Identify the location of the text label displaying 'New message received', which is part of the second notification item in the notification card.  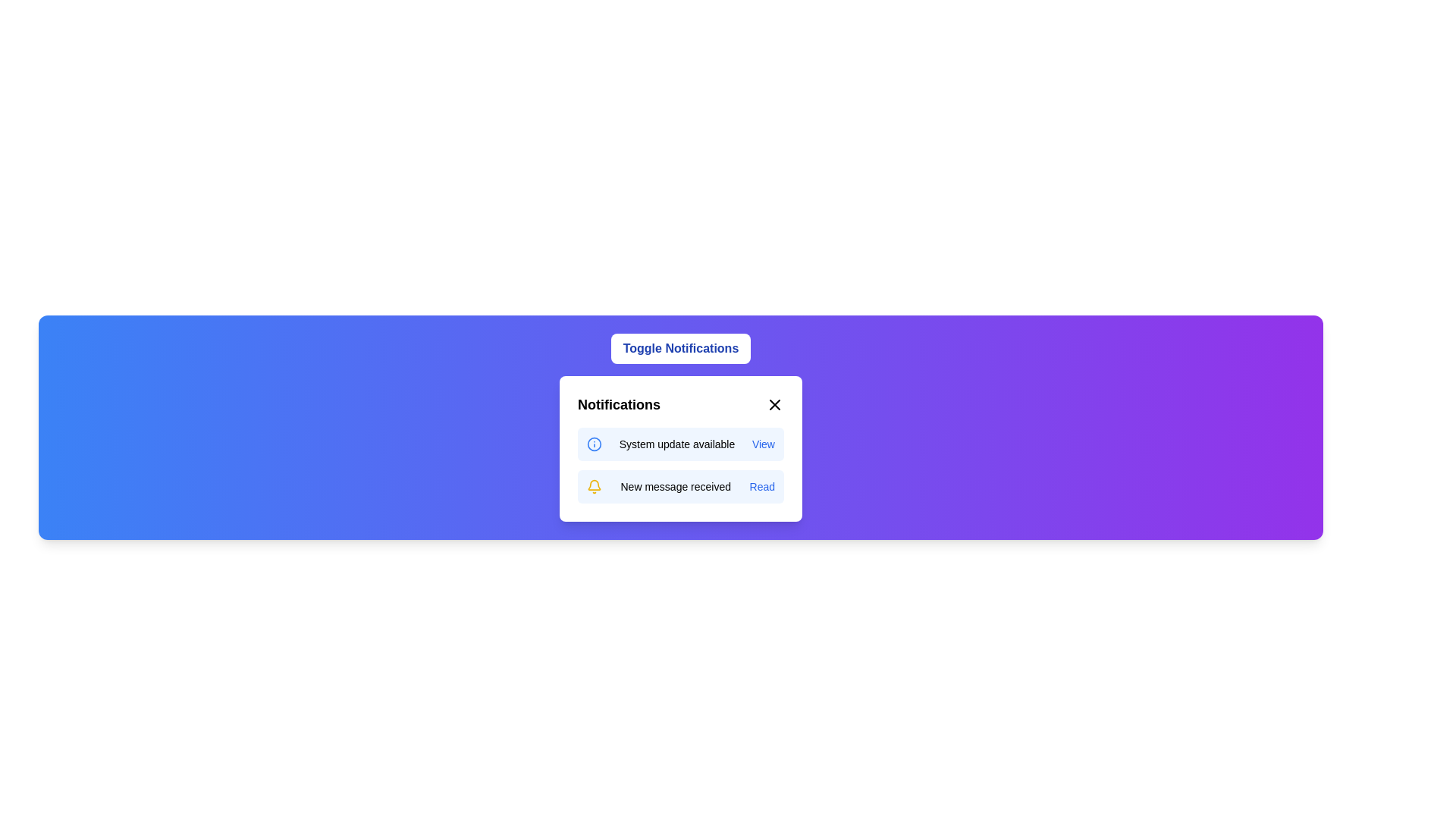
(675, 486).